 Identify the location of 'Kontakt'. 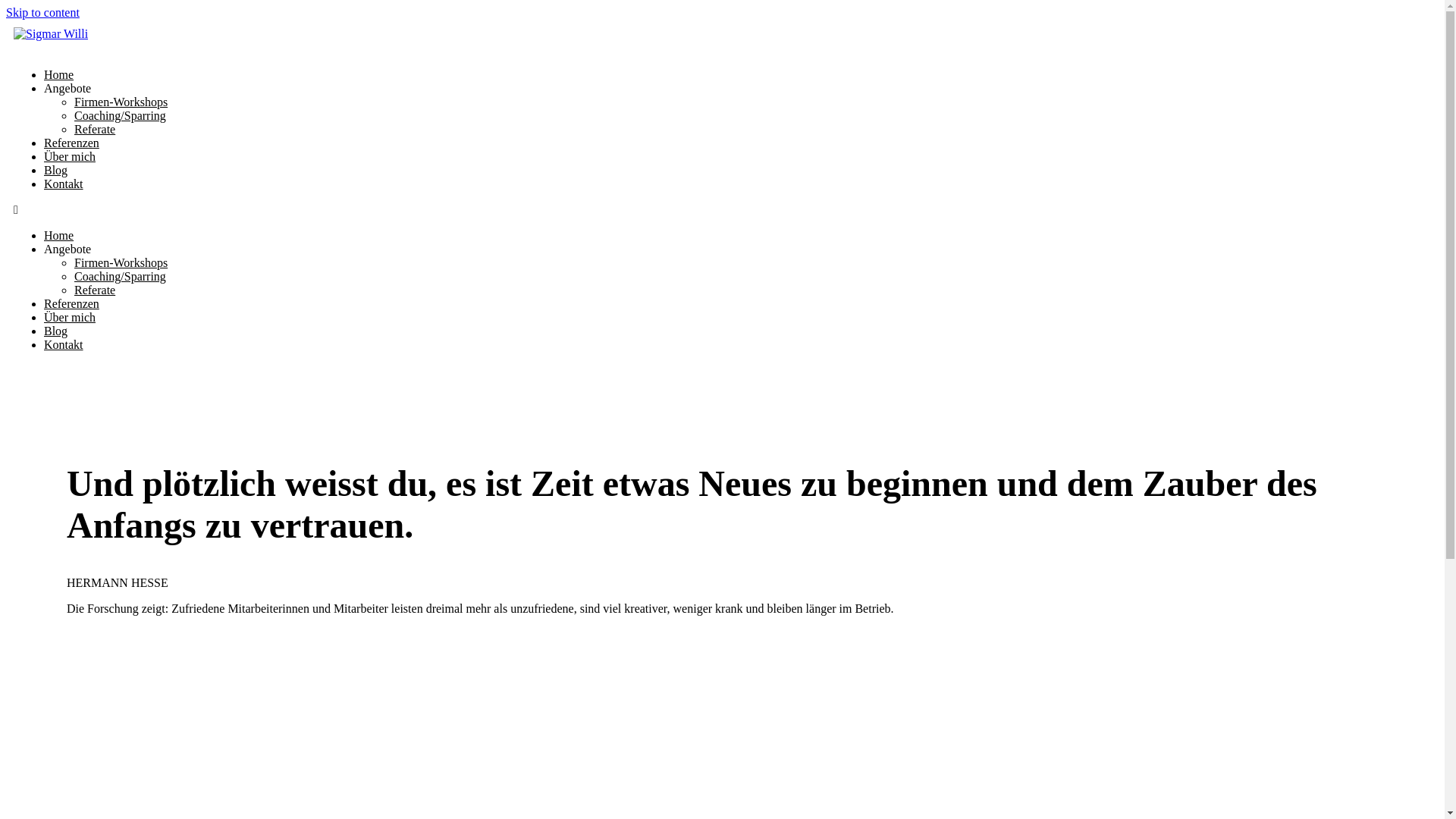
(62, 183).